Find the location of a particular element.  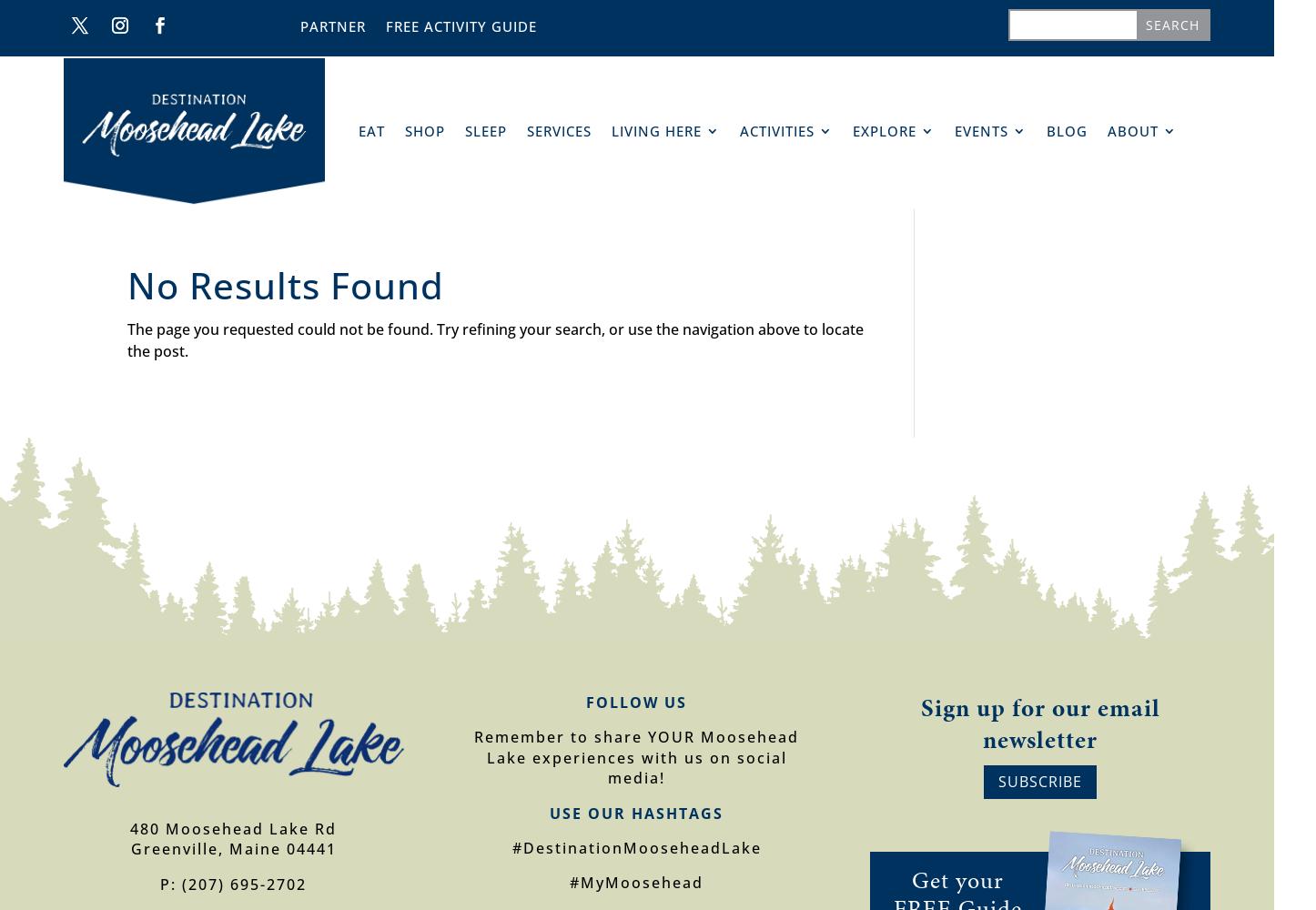

'Employment Opportunities' is located at coordinates (1191, 278).